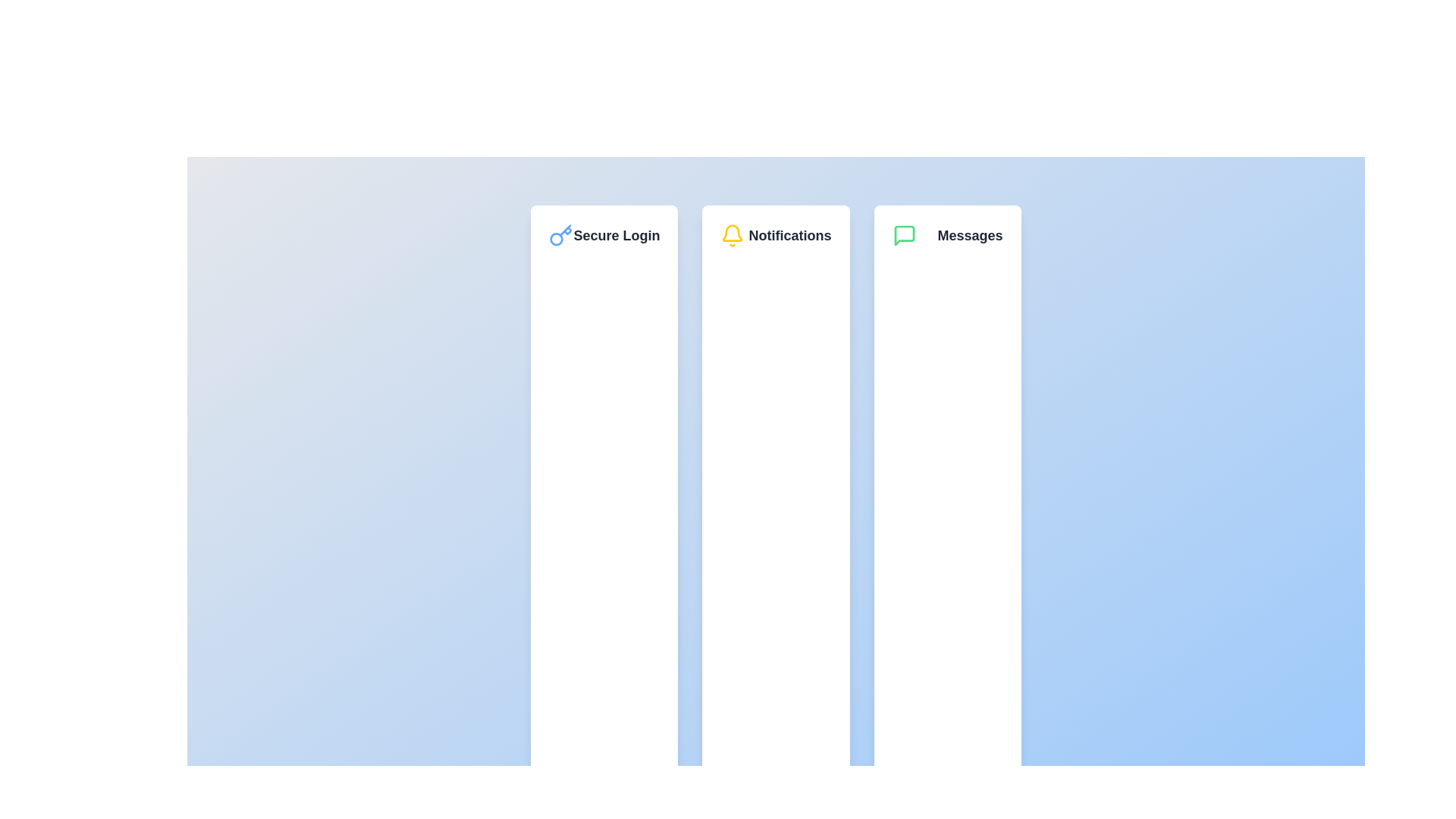 The width and height of the screenshot is (1456, 819). What do you see at coordinates (733, 233) in the screenshot?
I see `the bell-shaped icon with a yellow outline in the Notifications section, which is centrally positioned among the three labeled sections` at bounding box center [733, 233].